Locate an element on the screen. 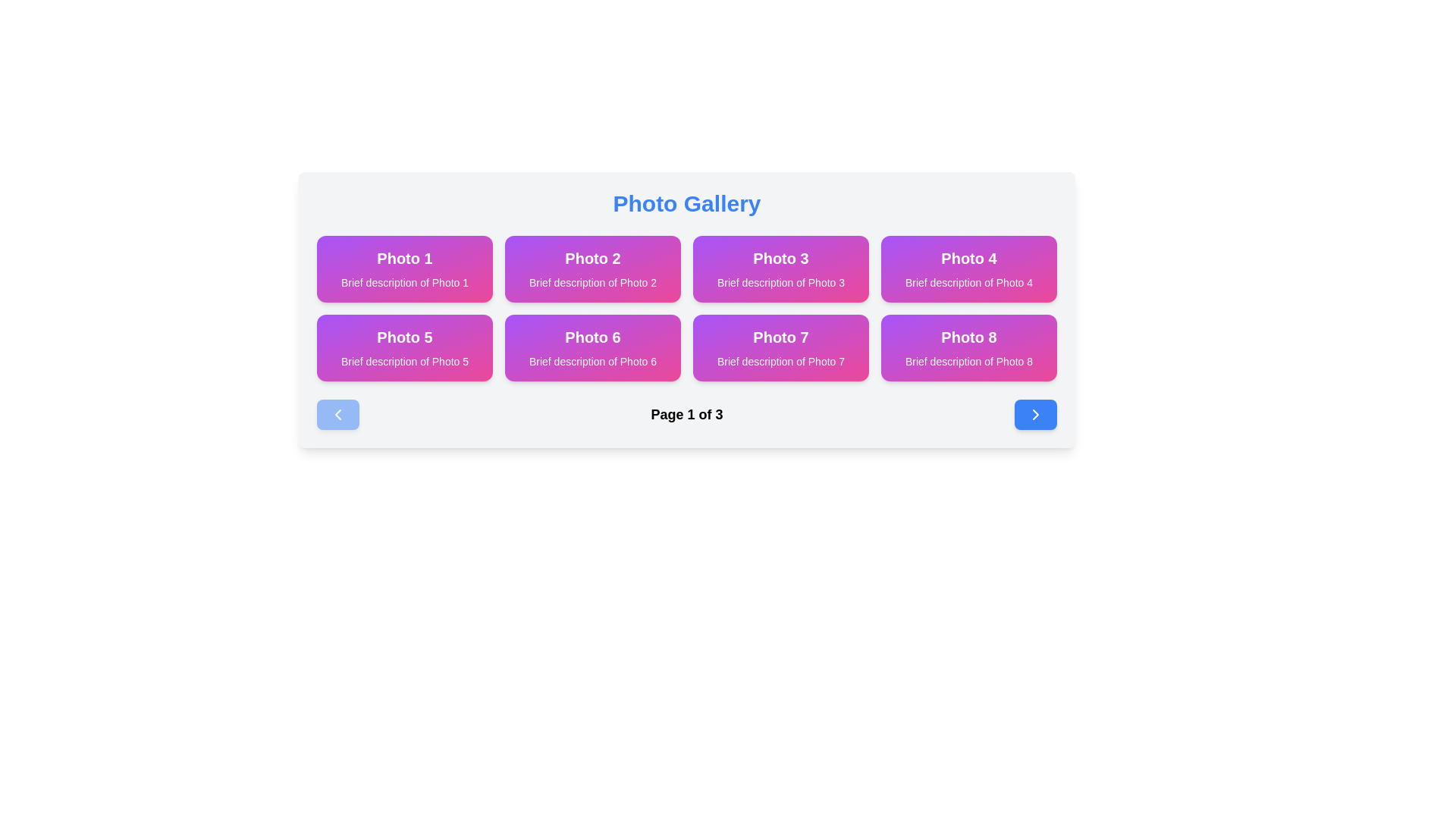  the header titled 'Photo Gallery', which is styled as large, bold, center-aligned blue text, positioned above a grid of photo cards is located at coordinates (686, 203).